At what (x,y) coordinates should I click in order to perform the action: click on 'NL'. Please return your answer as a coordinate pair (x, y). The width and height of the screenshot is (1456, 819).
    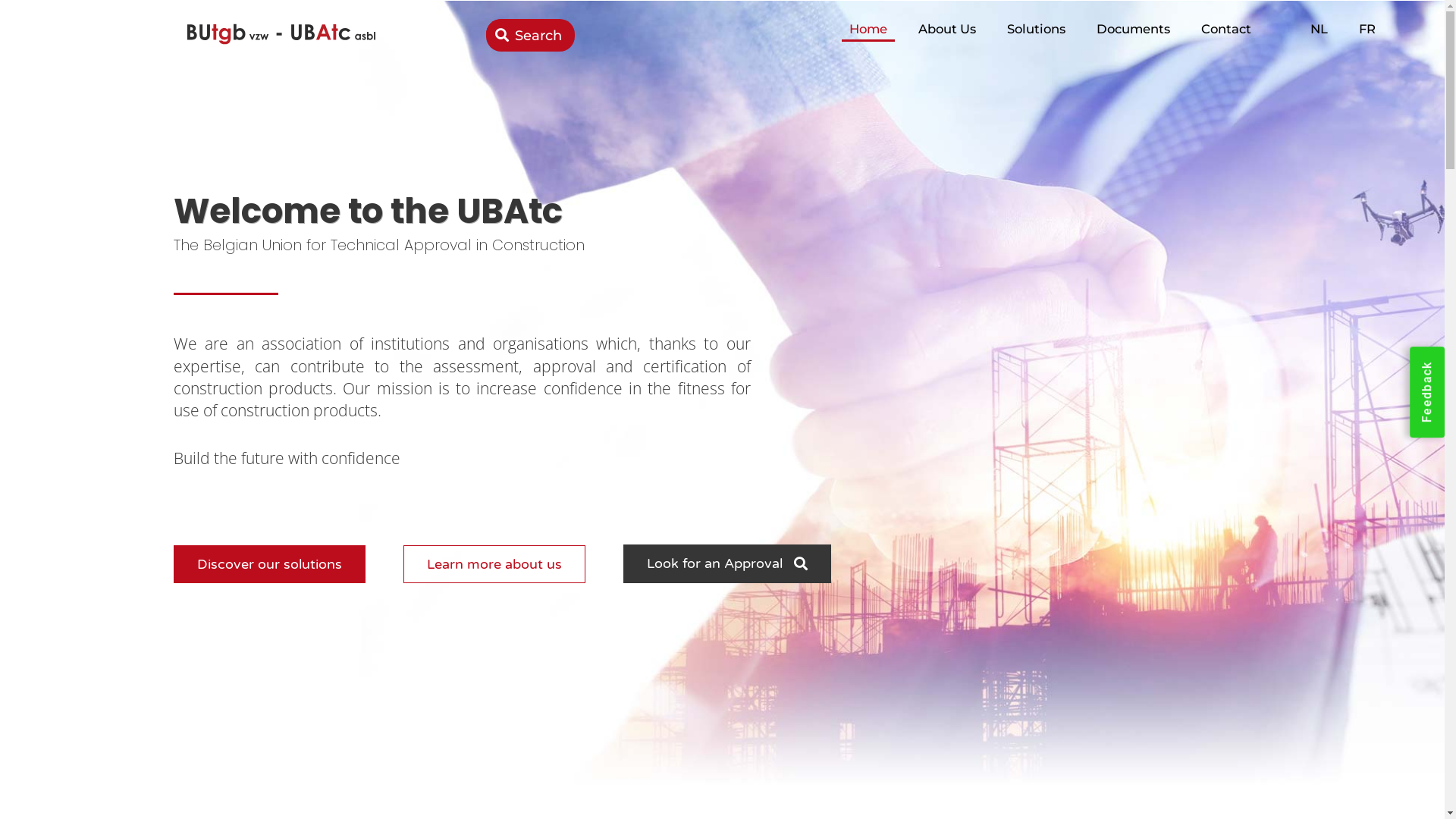
    Looking at the image, I should click on (1302, 29).